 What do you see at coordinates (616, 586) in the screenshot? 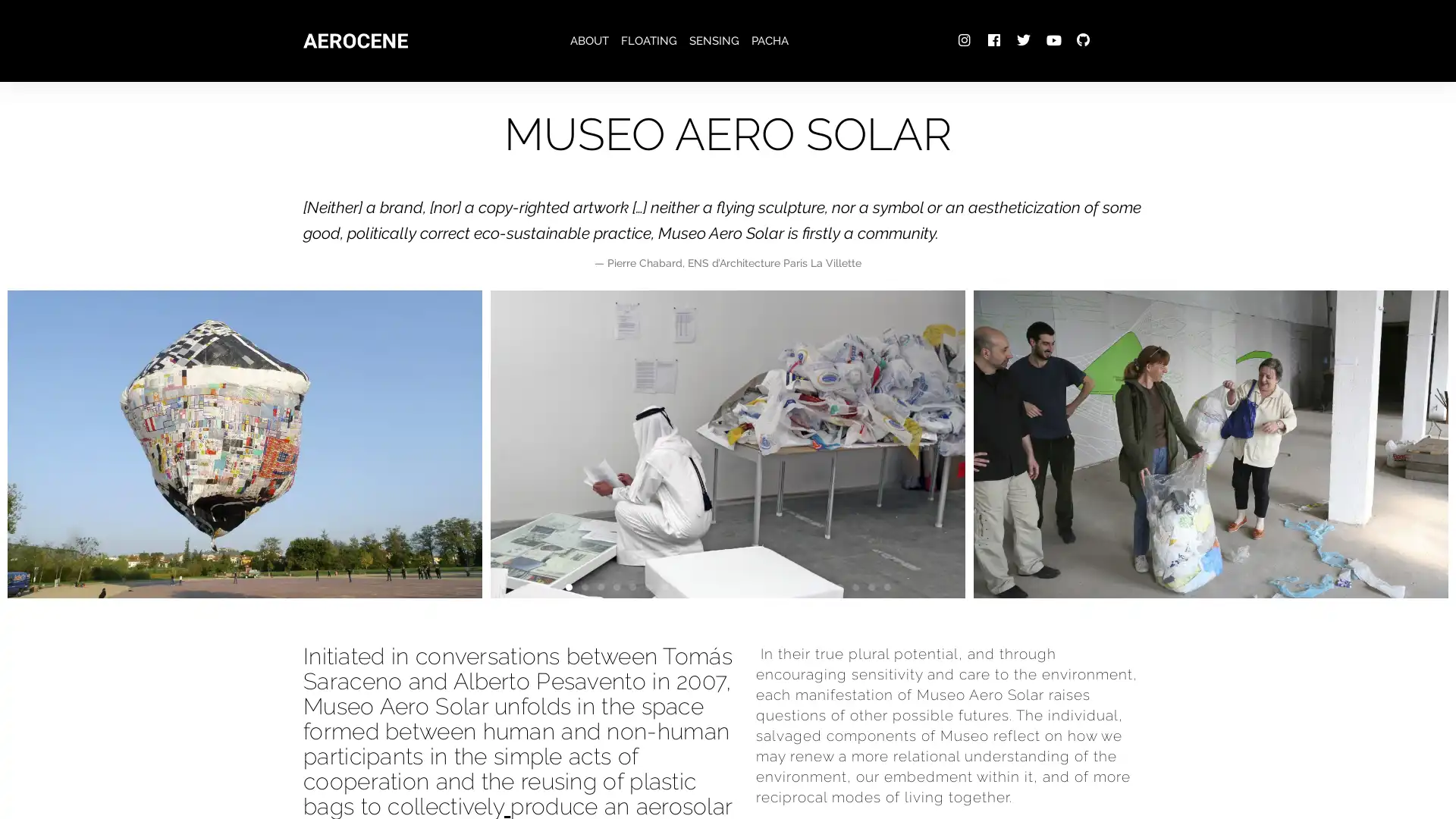
I see `Go to slide 4` at bounding box center [616, 586].